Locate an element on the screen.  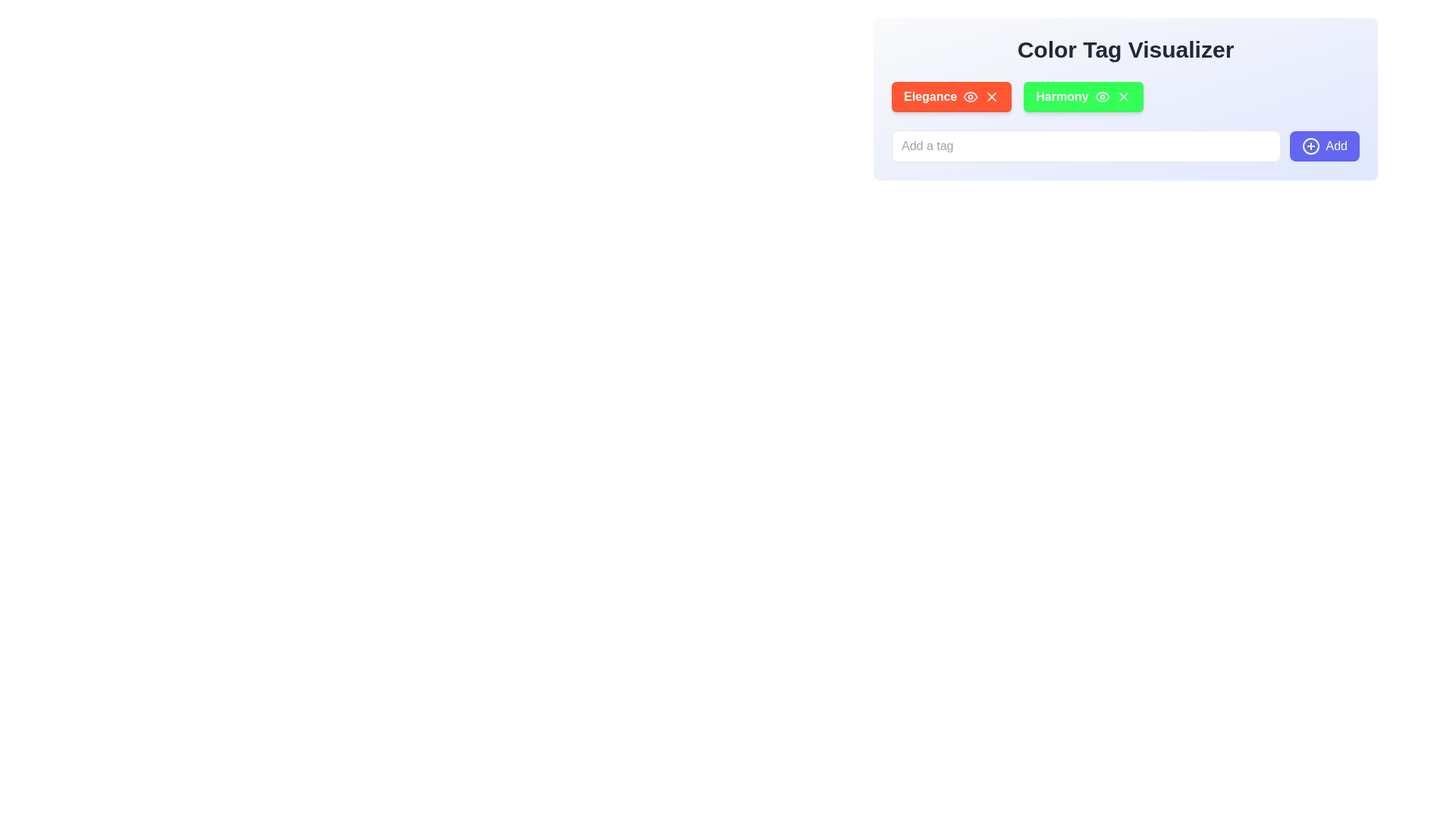
the Close icon represented as an 'X' mark in the top-right corner of the green 'Harmony' label is located at coordinates (1123, 96).